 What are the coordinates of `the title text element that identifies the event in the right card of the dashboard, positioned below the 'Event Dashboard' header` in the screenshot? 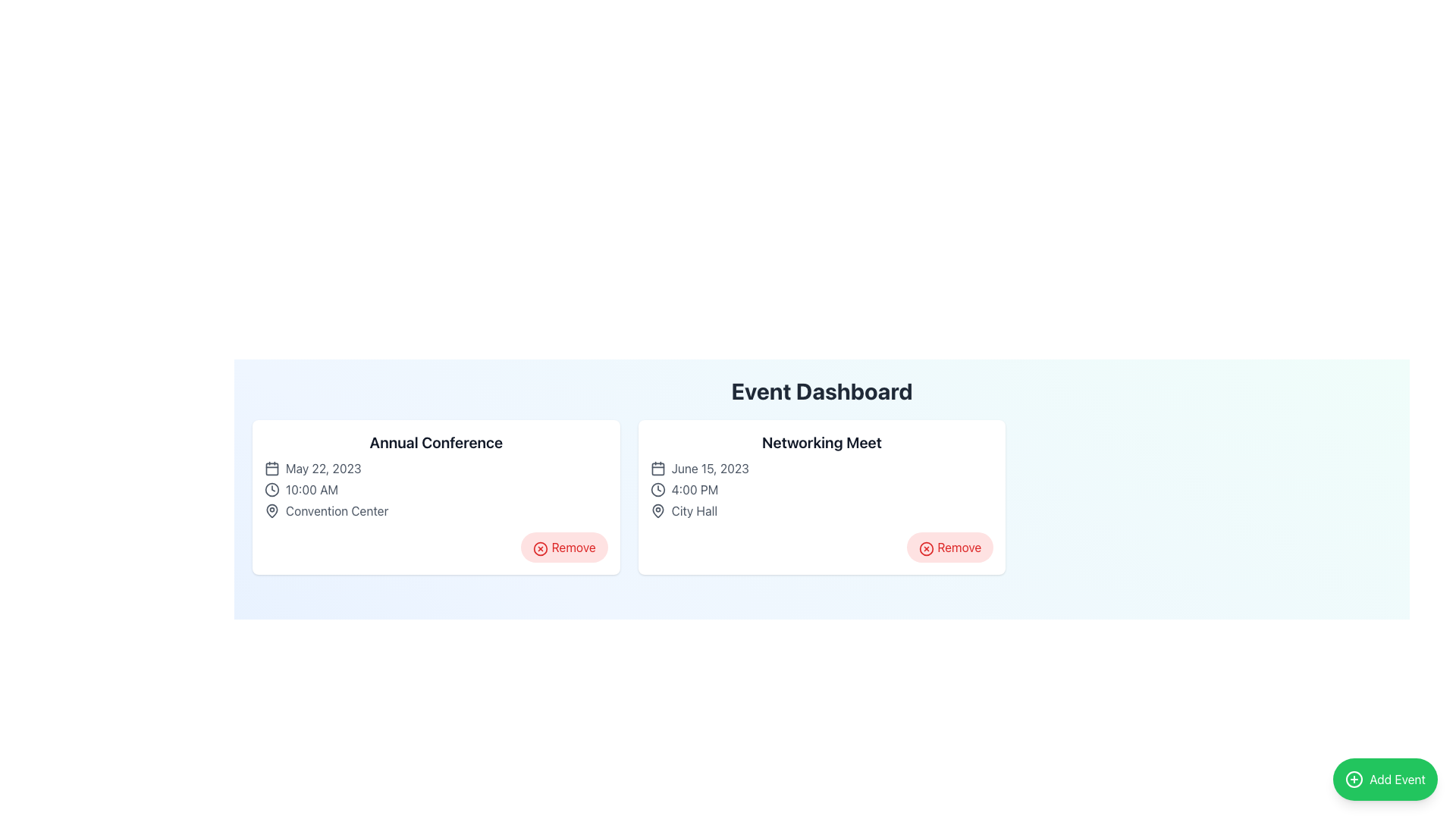 It's located at (821, 442).